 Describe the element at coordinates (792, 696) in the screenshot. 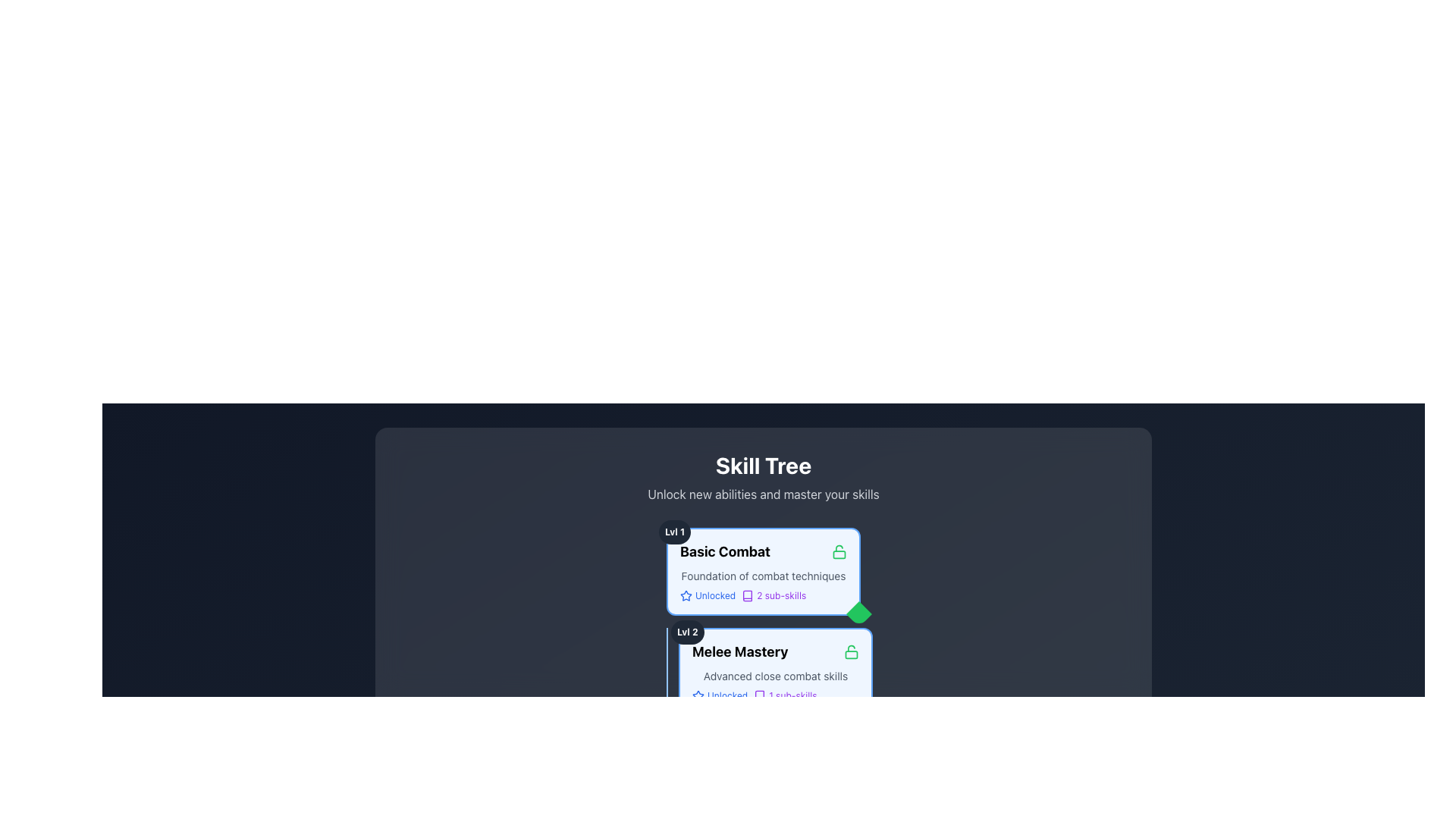

I see `the Text label indicating the availability of 'sub-skills' related to the 'Melee Mastery' skill, located near the bottom-center of the UI, to the right of a book icon` at that location.